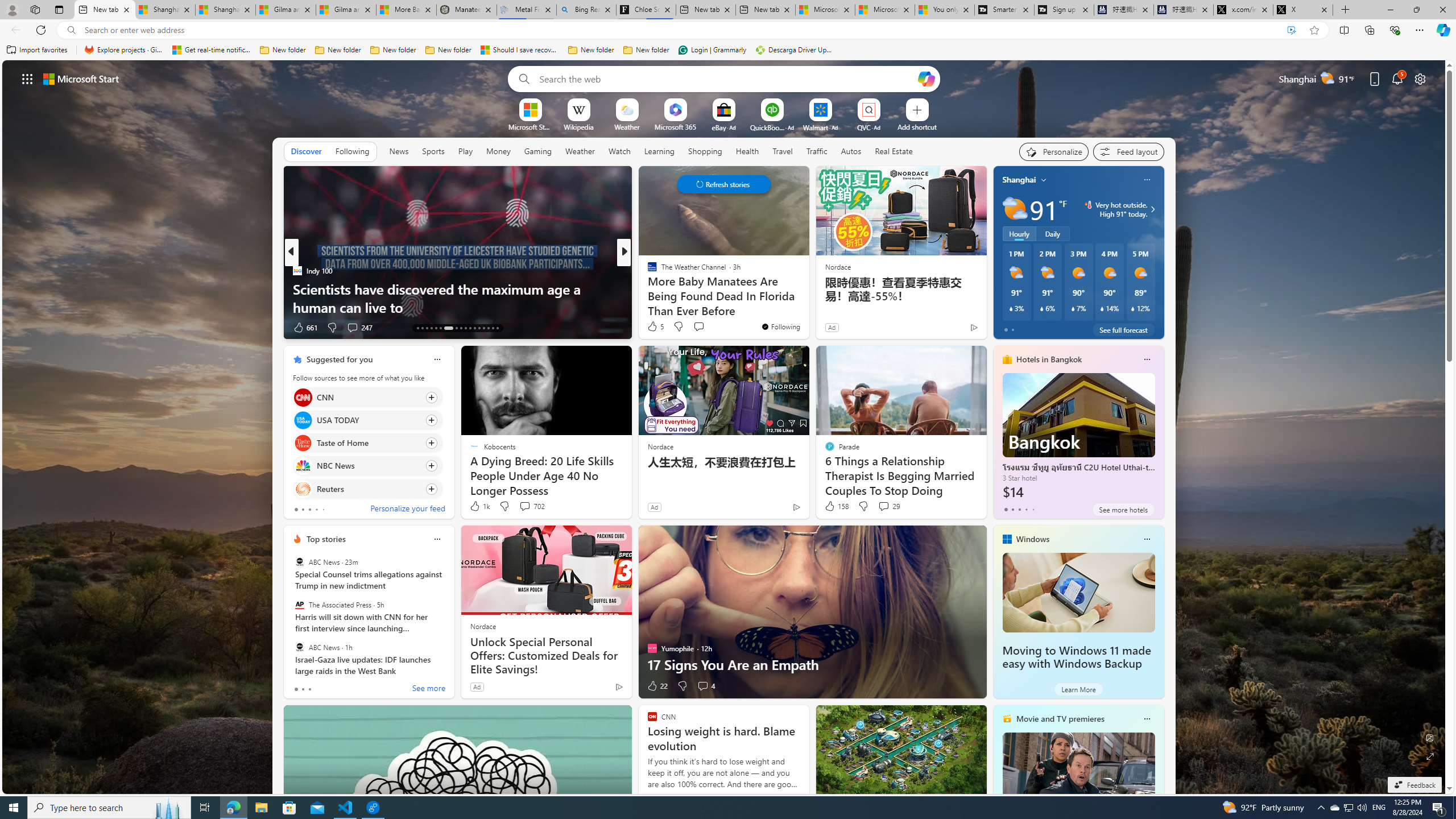  Describe the element at coordinates (888, 505) in the screenshot. I see `'View comments 29 Comment'` at that location.